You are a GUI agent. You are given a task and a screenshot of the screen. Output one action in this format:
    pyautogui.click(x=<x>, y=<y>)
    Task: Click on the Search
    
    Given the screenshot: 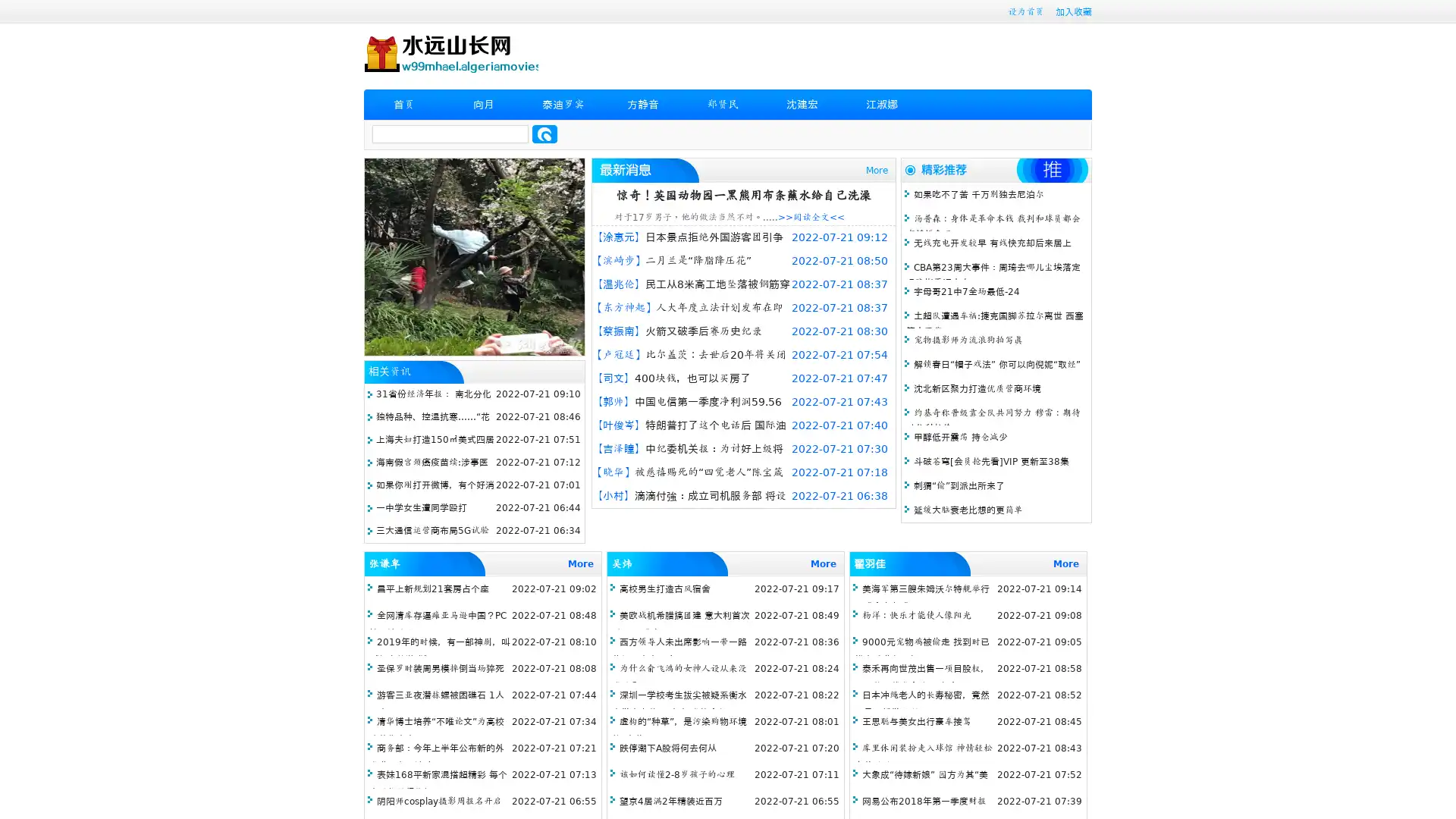 What is the action you would take?
    pyautogui.click(x=544, y=133)
    